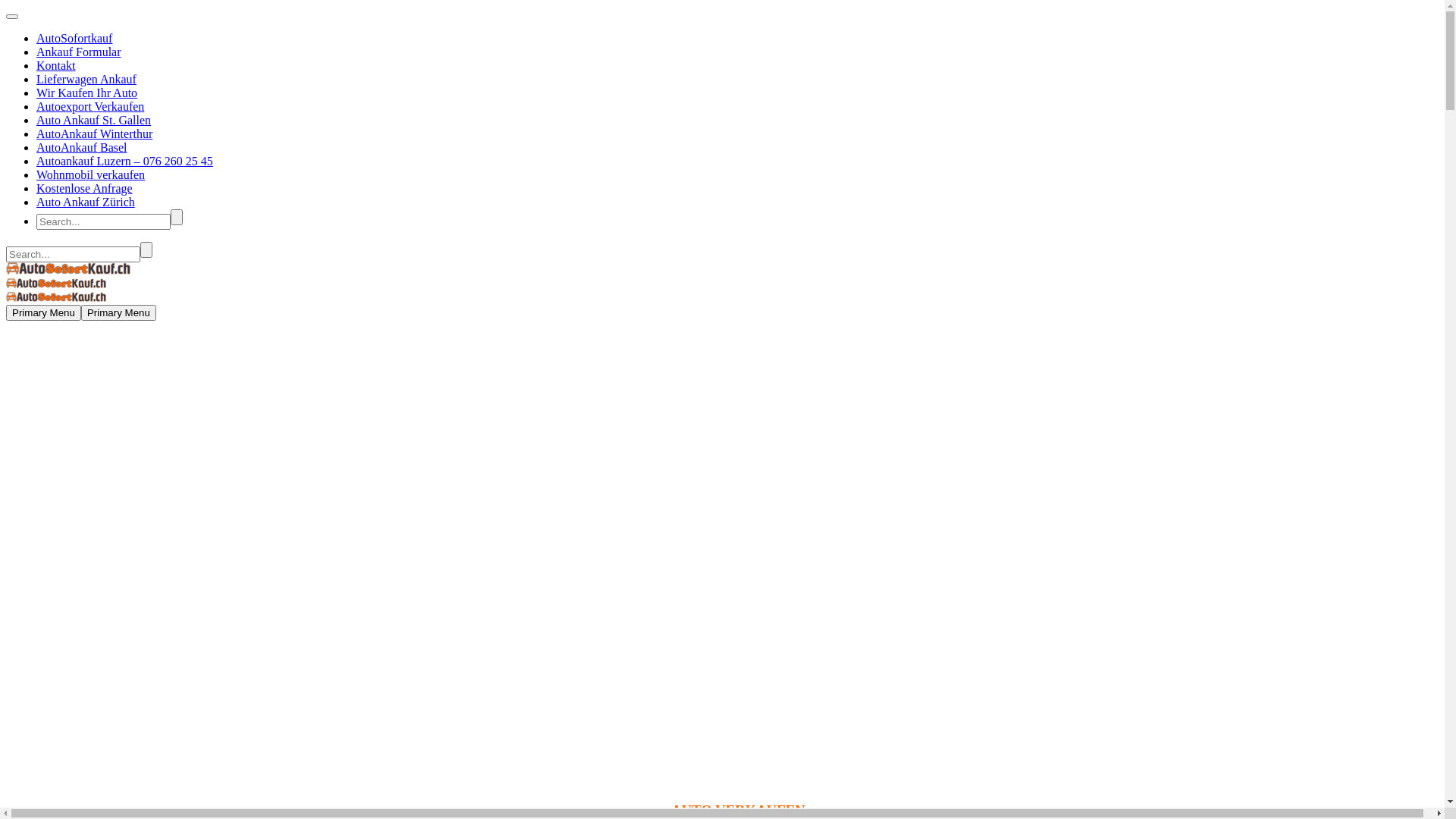  What do you see at coordinates (118, 312) in the screenshot?
I see `'Primary Menu'` at bounding box center [118, 312].